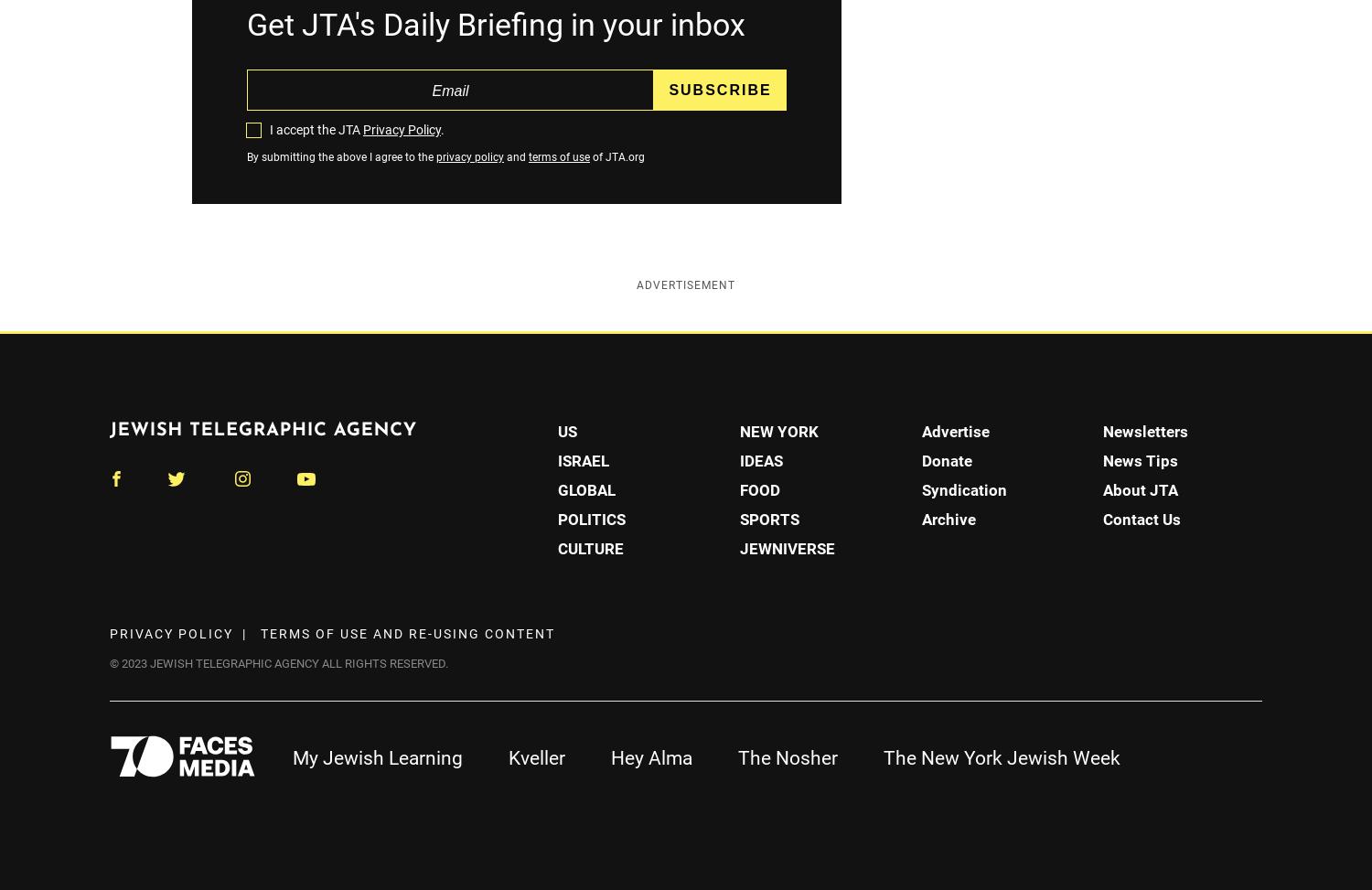  I want to click on 'News Tips', so click(1139, 459).